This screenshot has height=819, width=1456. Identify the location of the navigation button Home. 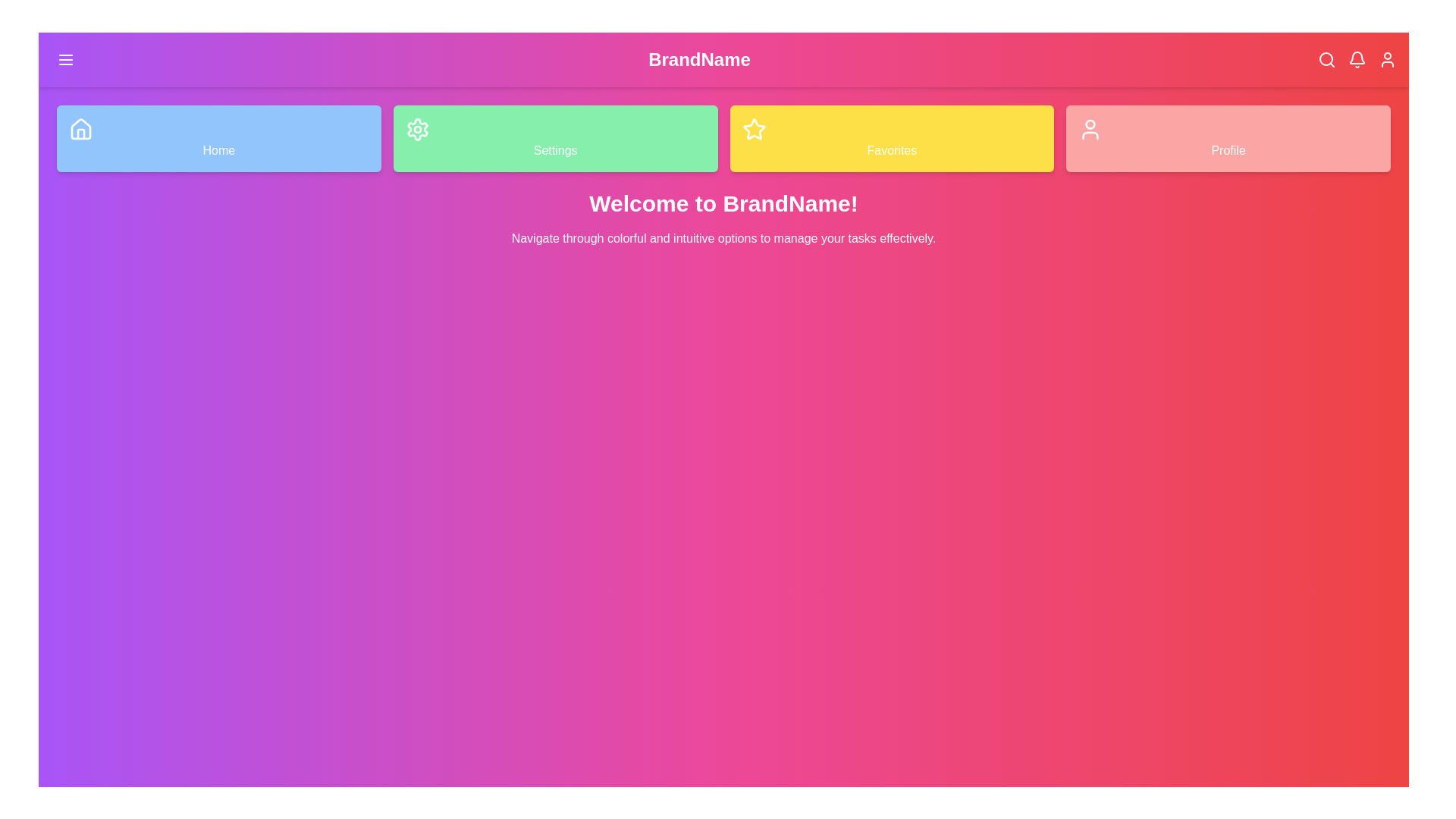
(218, 138).